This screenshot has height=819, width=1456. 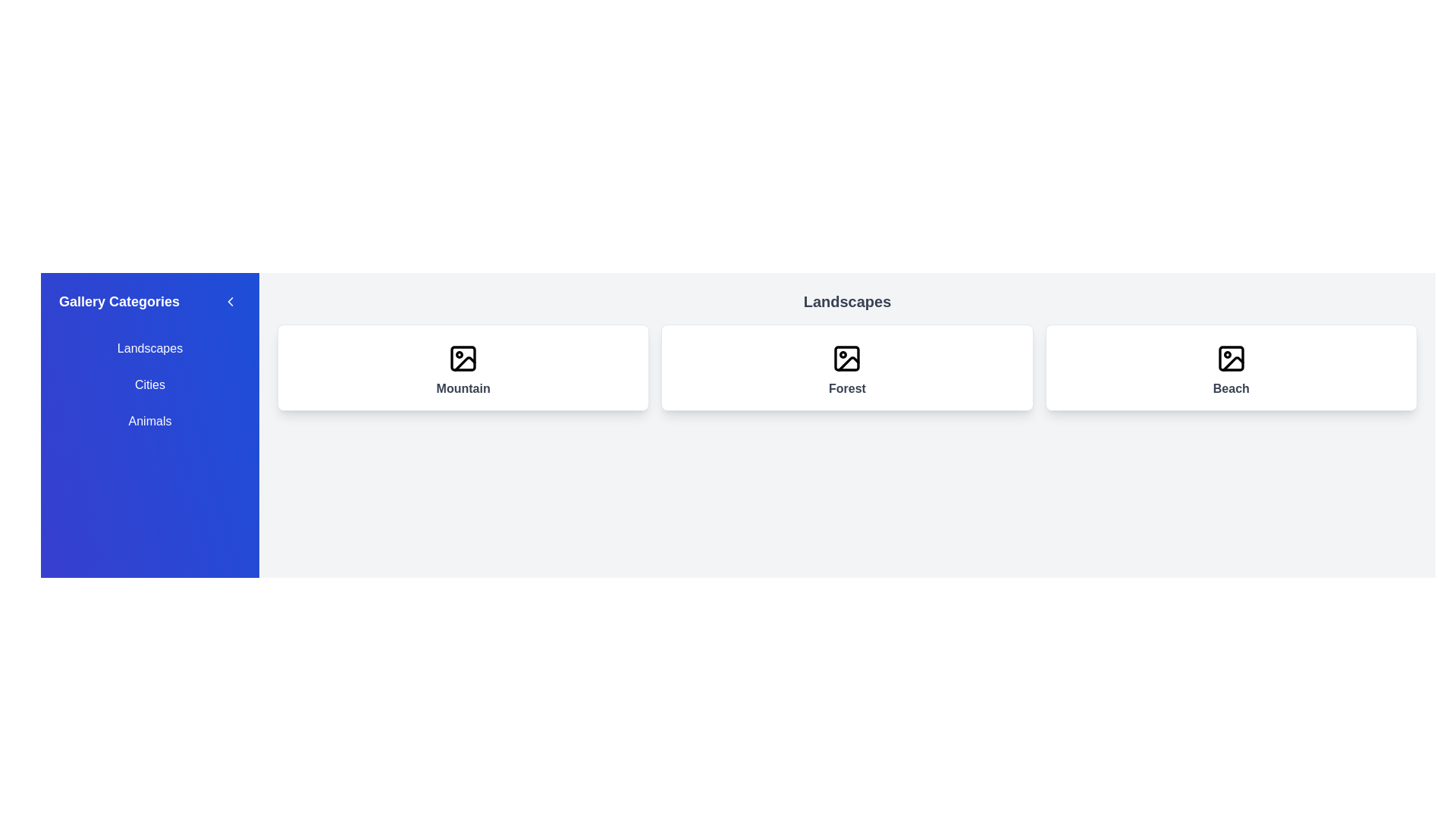 What do you see at coordinates (149, 421) in the screenshot?
I see `the 'Animals' category selector button in the sidebar to filter or display related content` at bounding box center [149, 421].